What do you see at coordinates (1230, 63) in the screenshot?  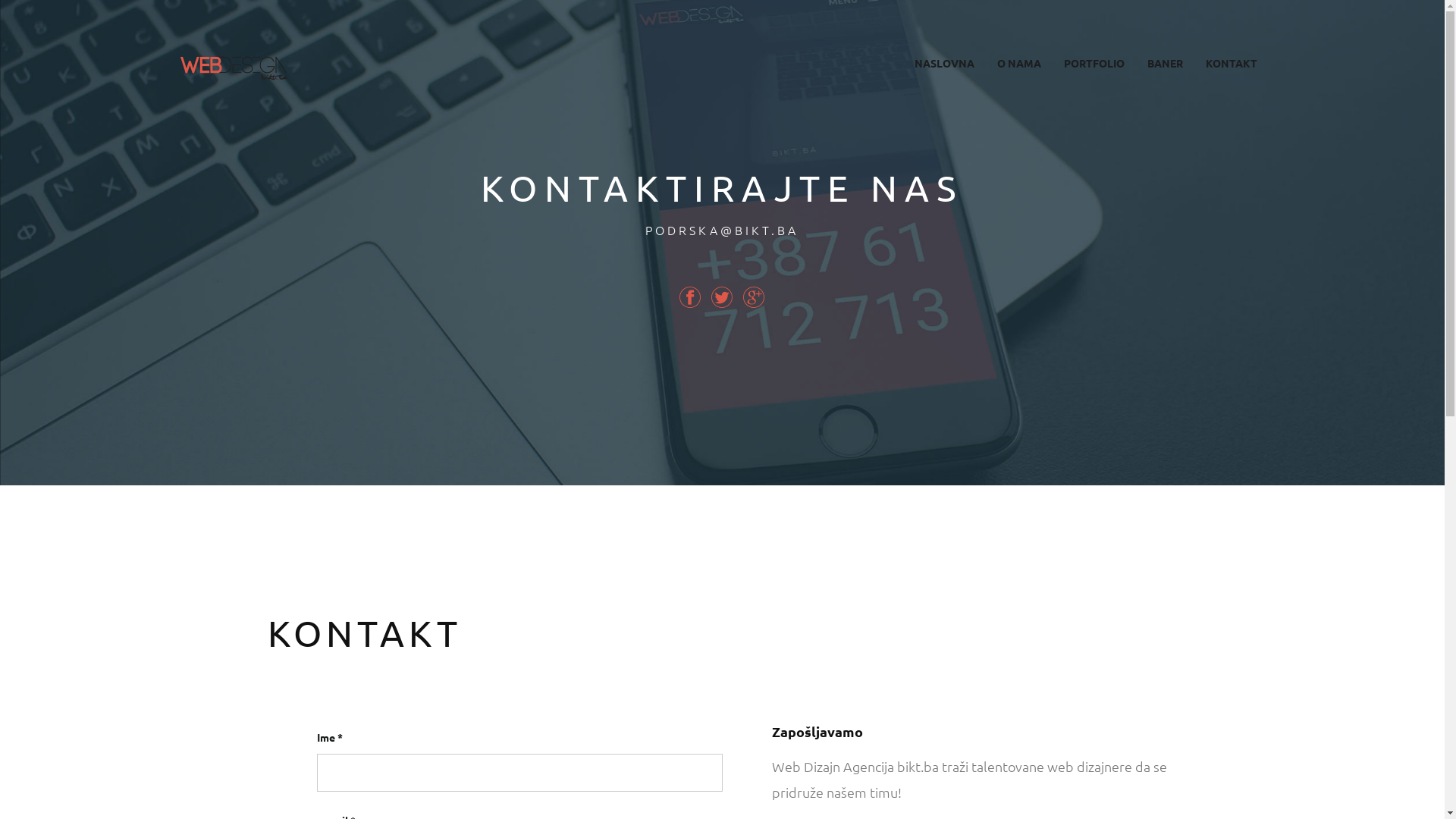 I see `'KONTAKT'` at bounding box center [1230, 63].